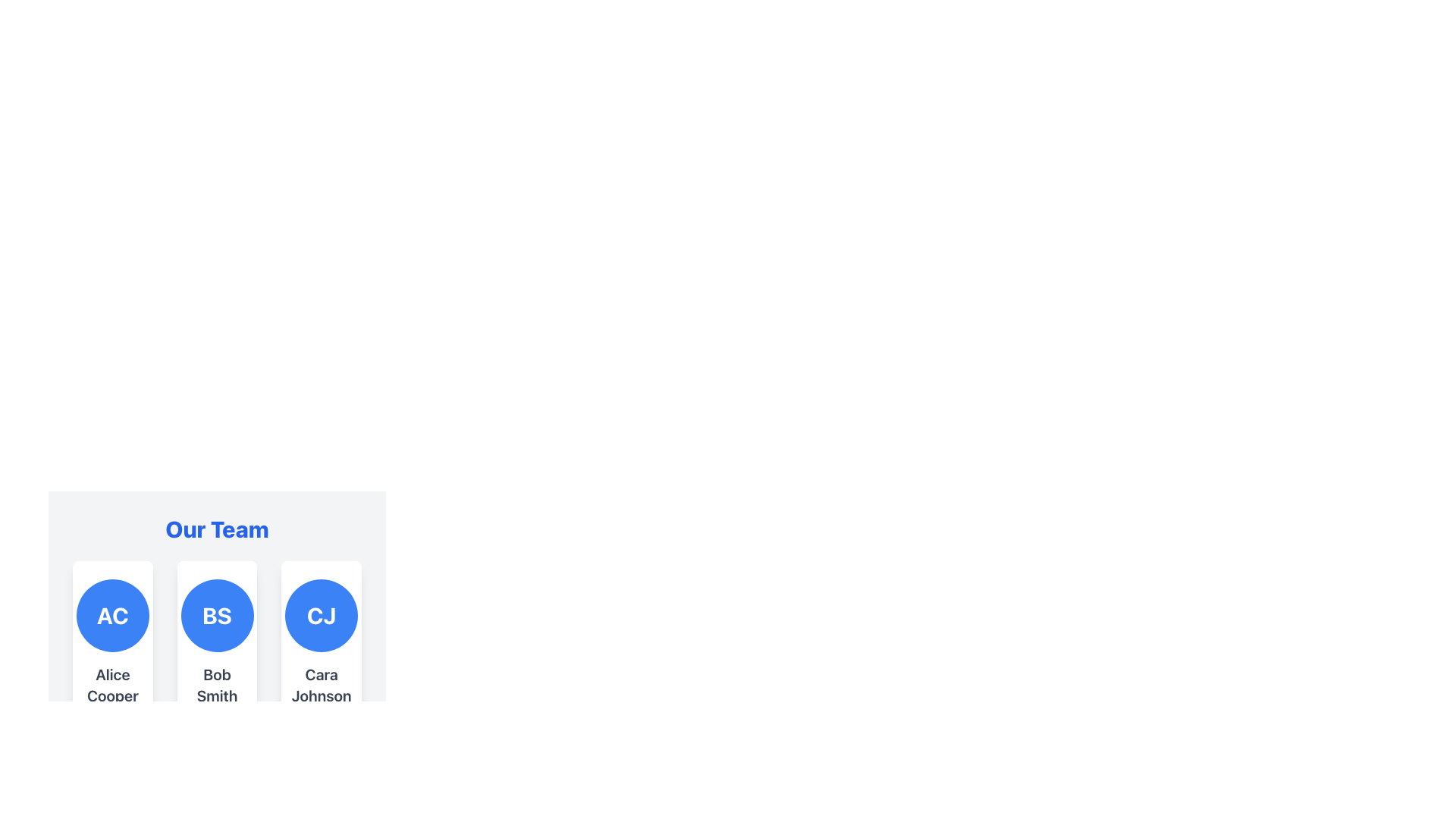  Describe the element at coordinates (111, 616) in the screenshot. I see `the first circular badge representing the initials of 'Alice Cooper', located above the name 'Alice Cooper' within the card layout` at that location.